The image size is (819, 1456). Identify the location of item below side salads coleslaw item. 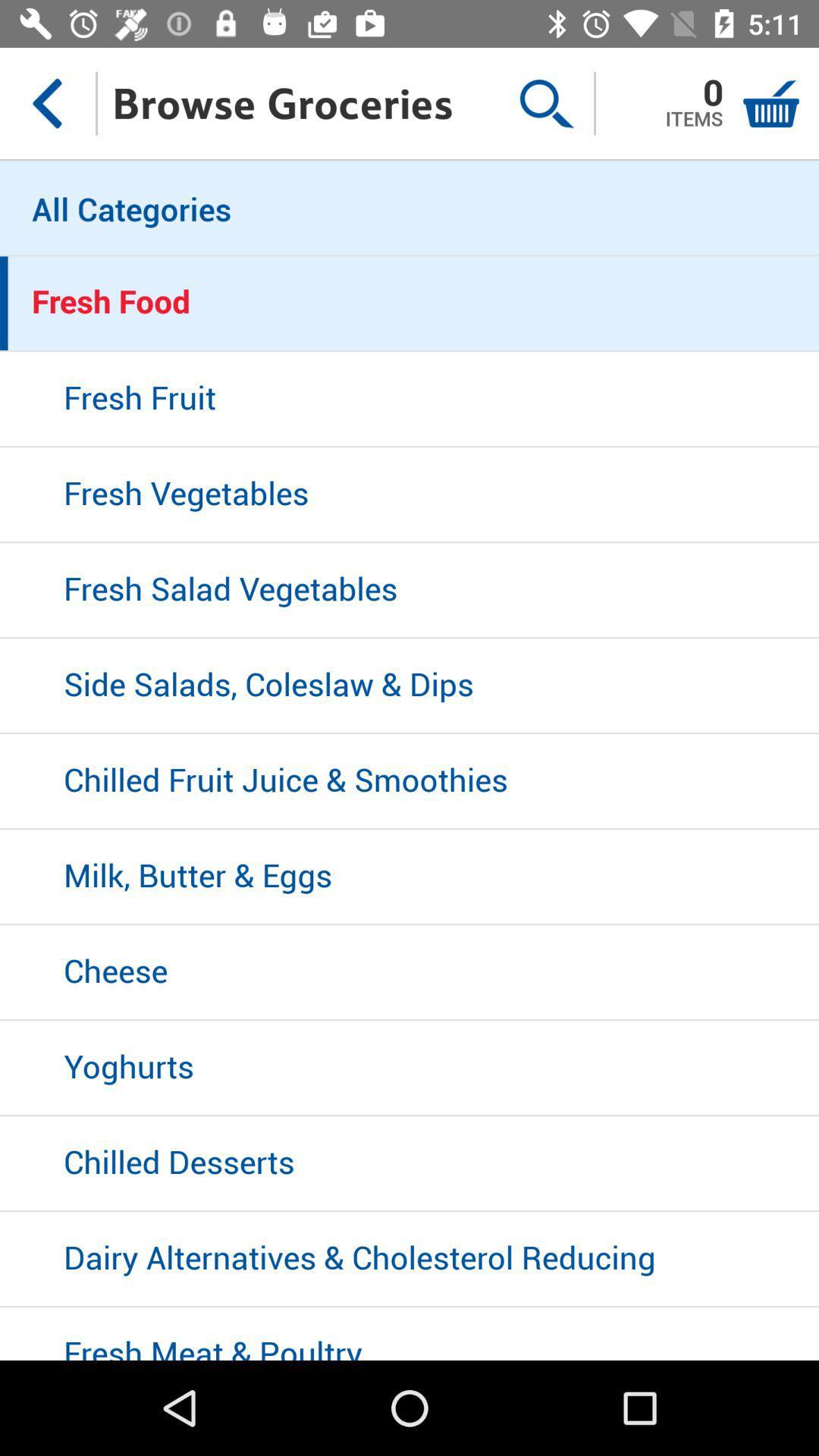
(409, 782).